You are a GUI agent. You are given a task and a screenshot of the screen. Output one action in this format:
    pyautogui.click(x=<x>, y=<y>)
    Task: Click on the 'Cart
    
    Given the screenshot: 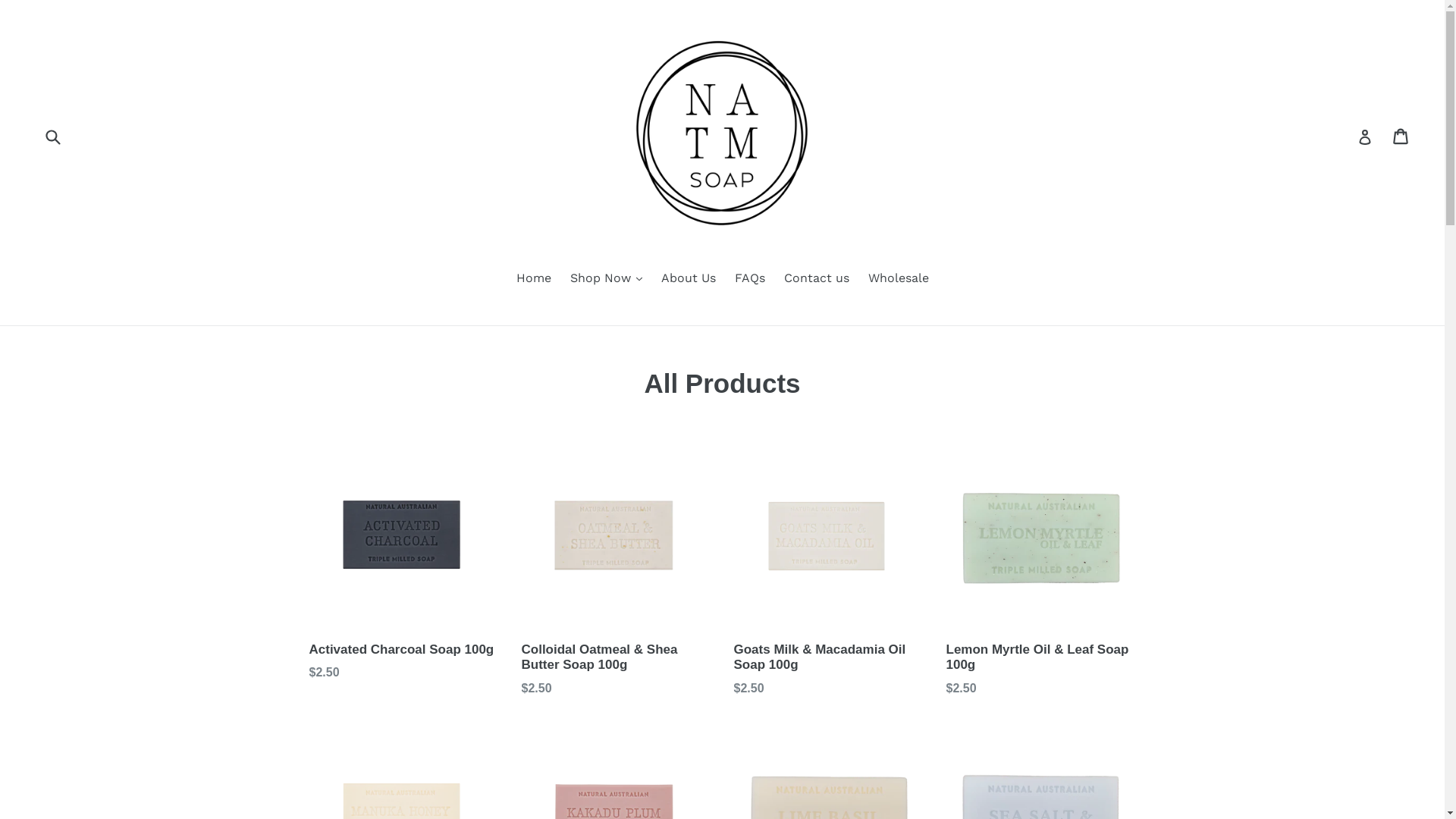 What is the action you would take?
    pyautogui.click(x=1401, y=136)
    